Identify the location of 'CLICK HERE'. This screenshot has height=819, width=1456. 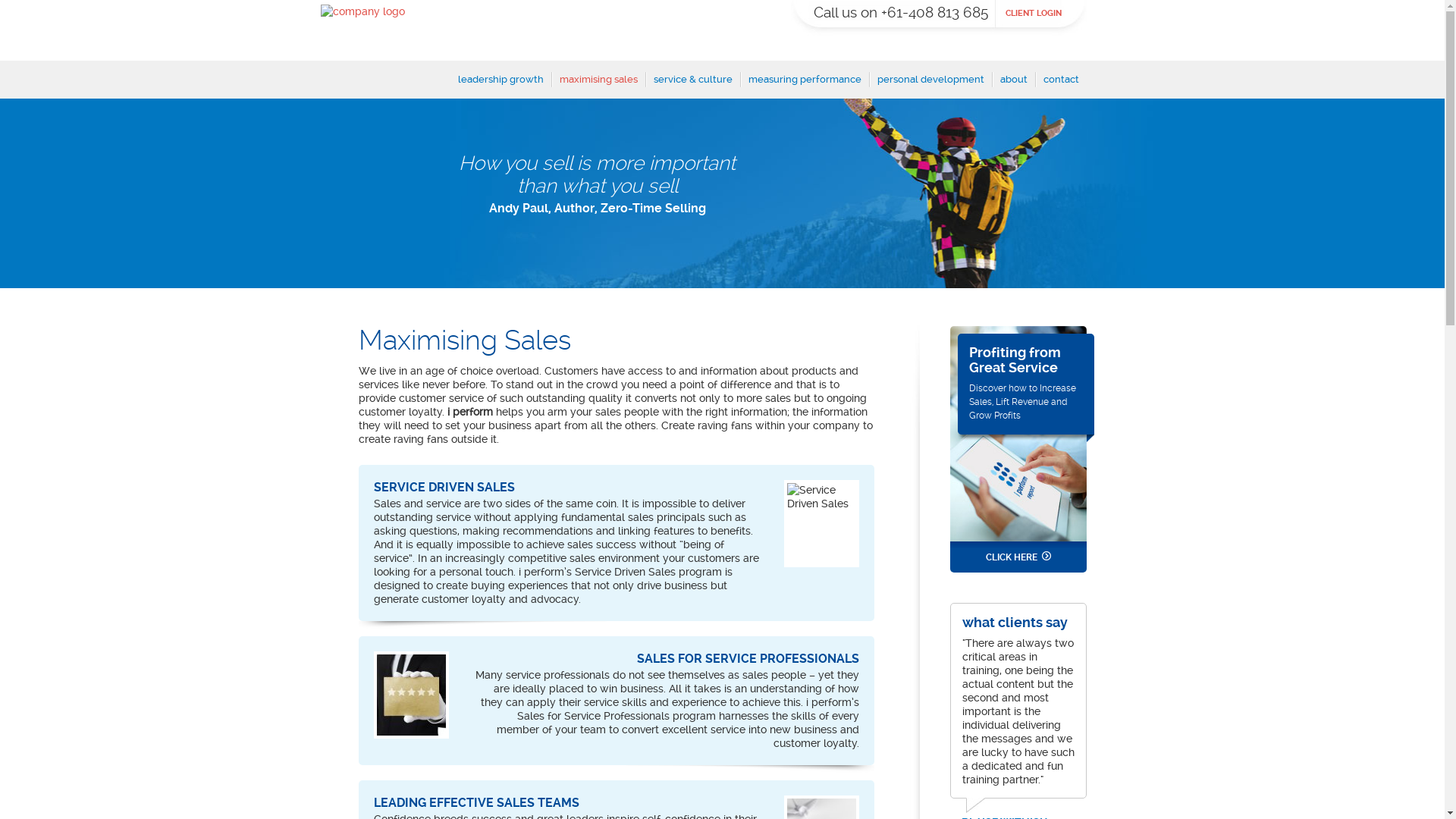
(1018, 557).